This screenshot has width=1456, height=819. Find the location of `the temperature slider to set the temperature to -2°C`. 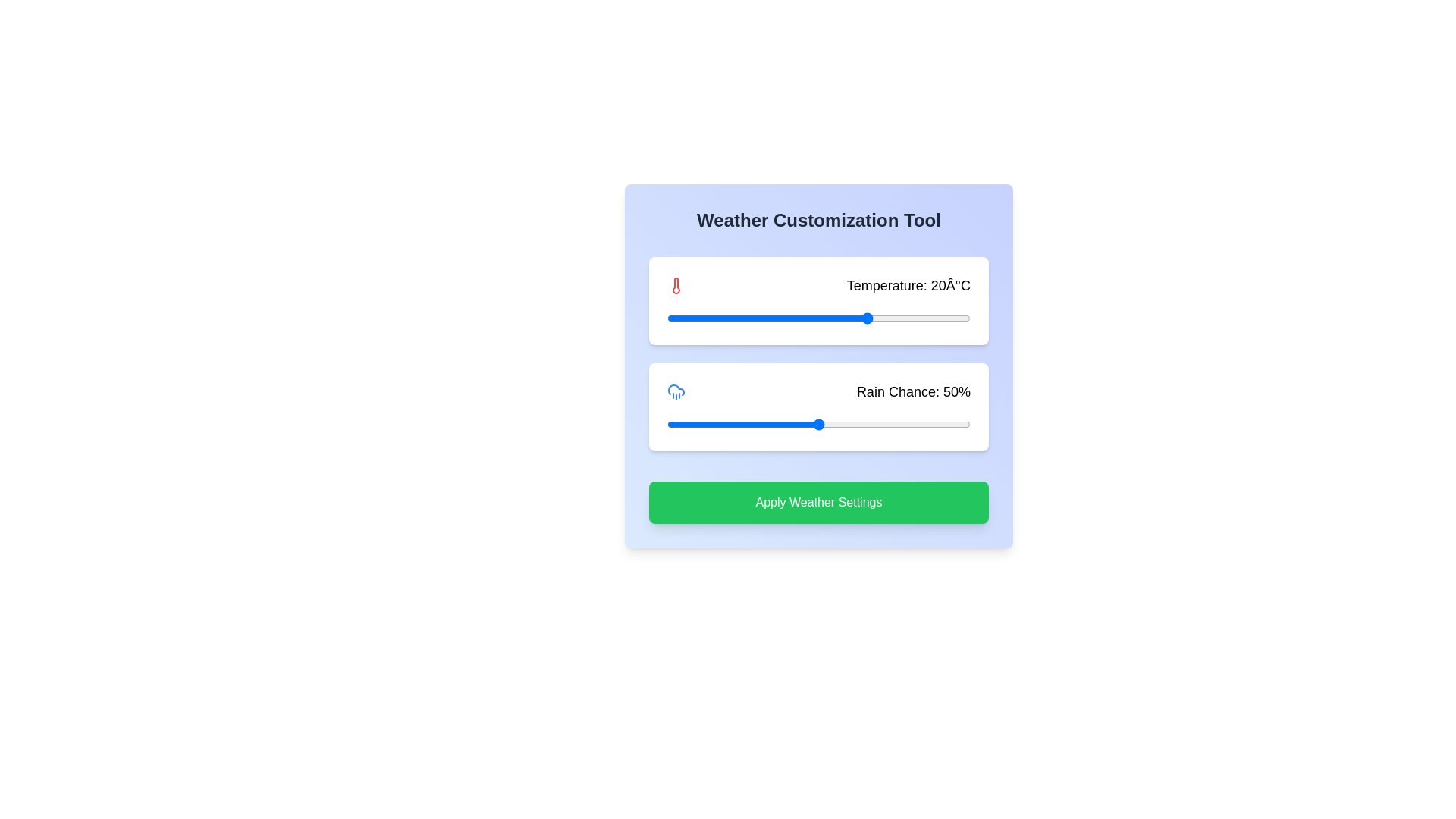

the temperature slider to set the temperature to -2°C is located at coordinates (758, 318).